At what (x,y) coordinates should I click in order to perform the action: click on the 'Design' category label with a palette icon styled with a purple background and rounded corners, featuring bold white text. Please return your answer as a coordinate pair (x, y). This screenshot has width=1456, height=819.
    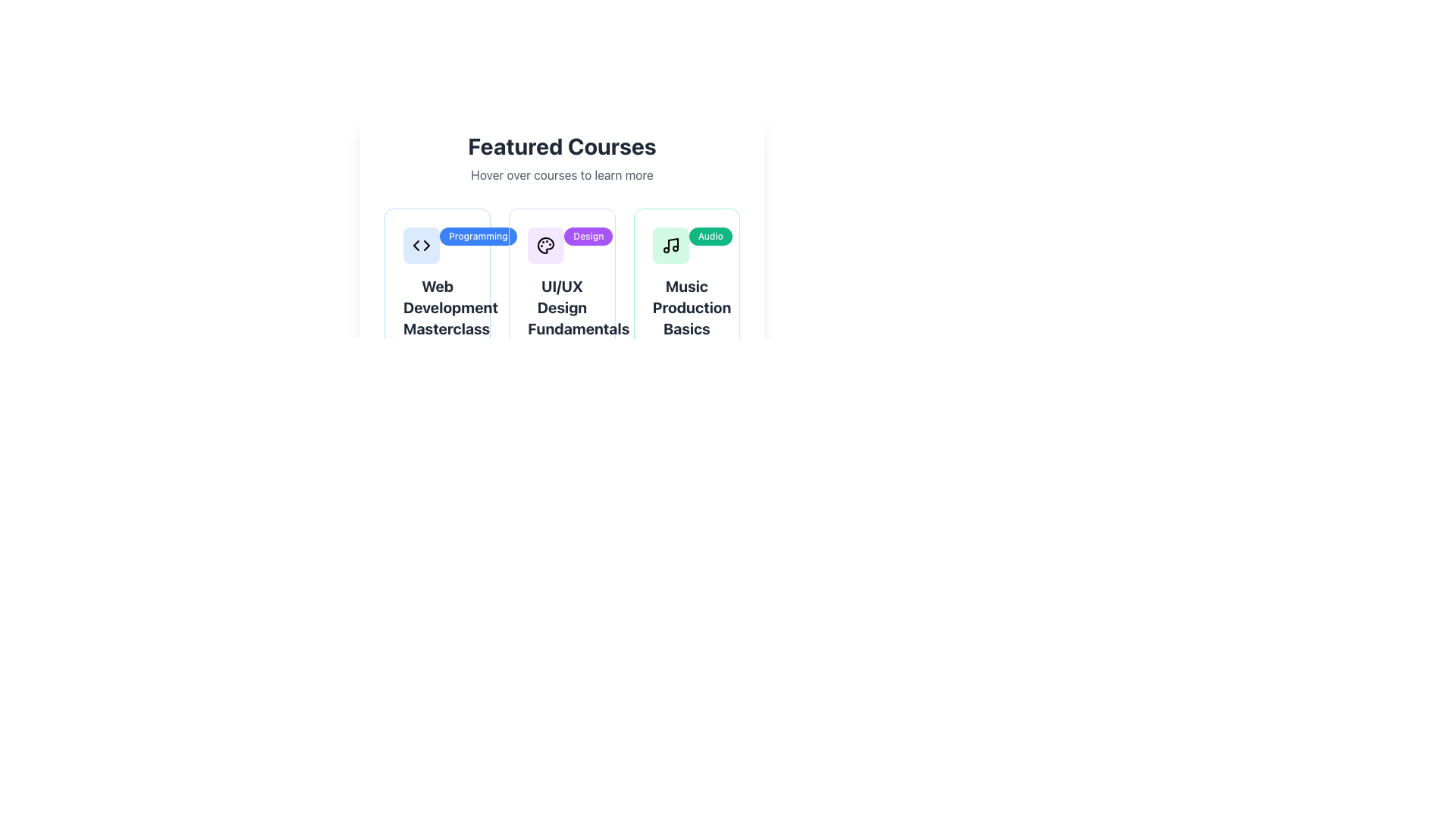
    Looking at the image, I should click on (561, 245).